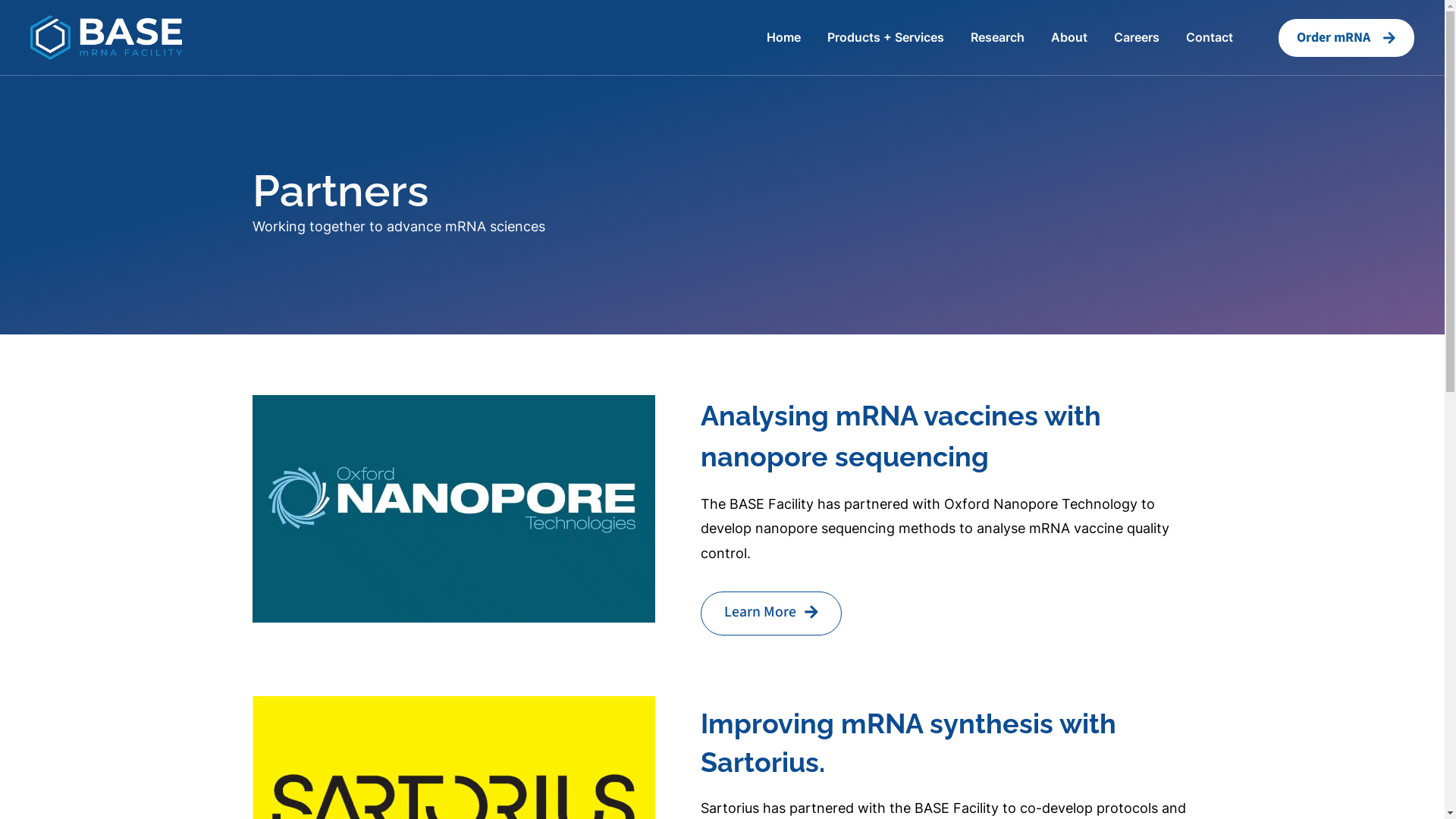 This screenshot has width=1456, height=819. I want to click on 'Products + Services', so click(885, 36).